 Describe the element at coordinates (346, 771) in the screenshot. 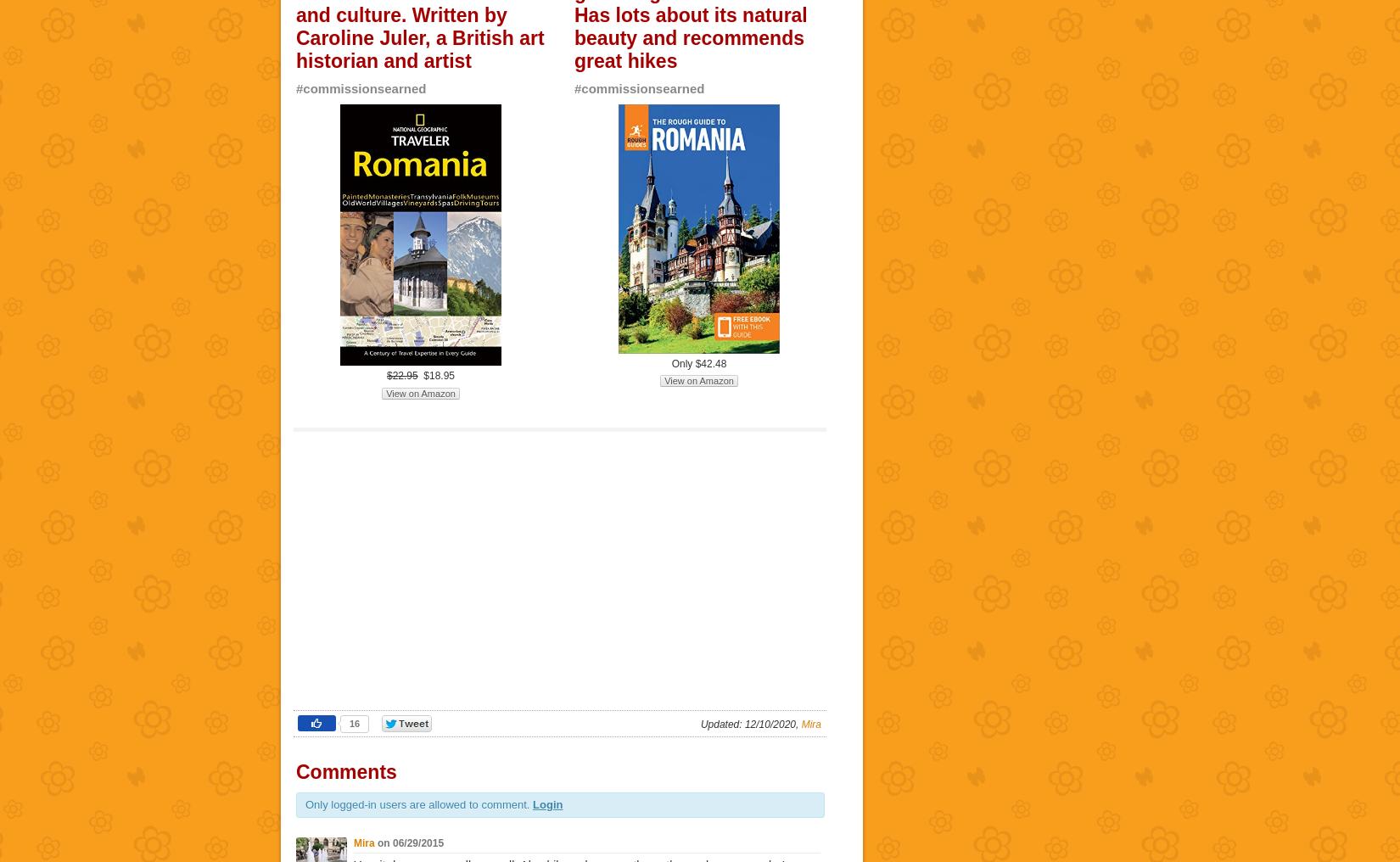

I see `'Comments'` at that location.